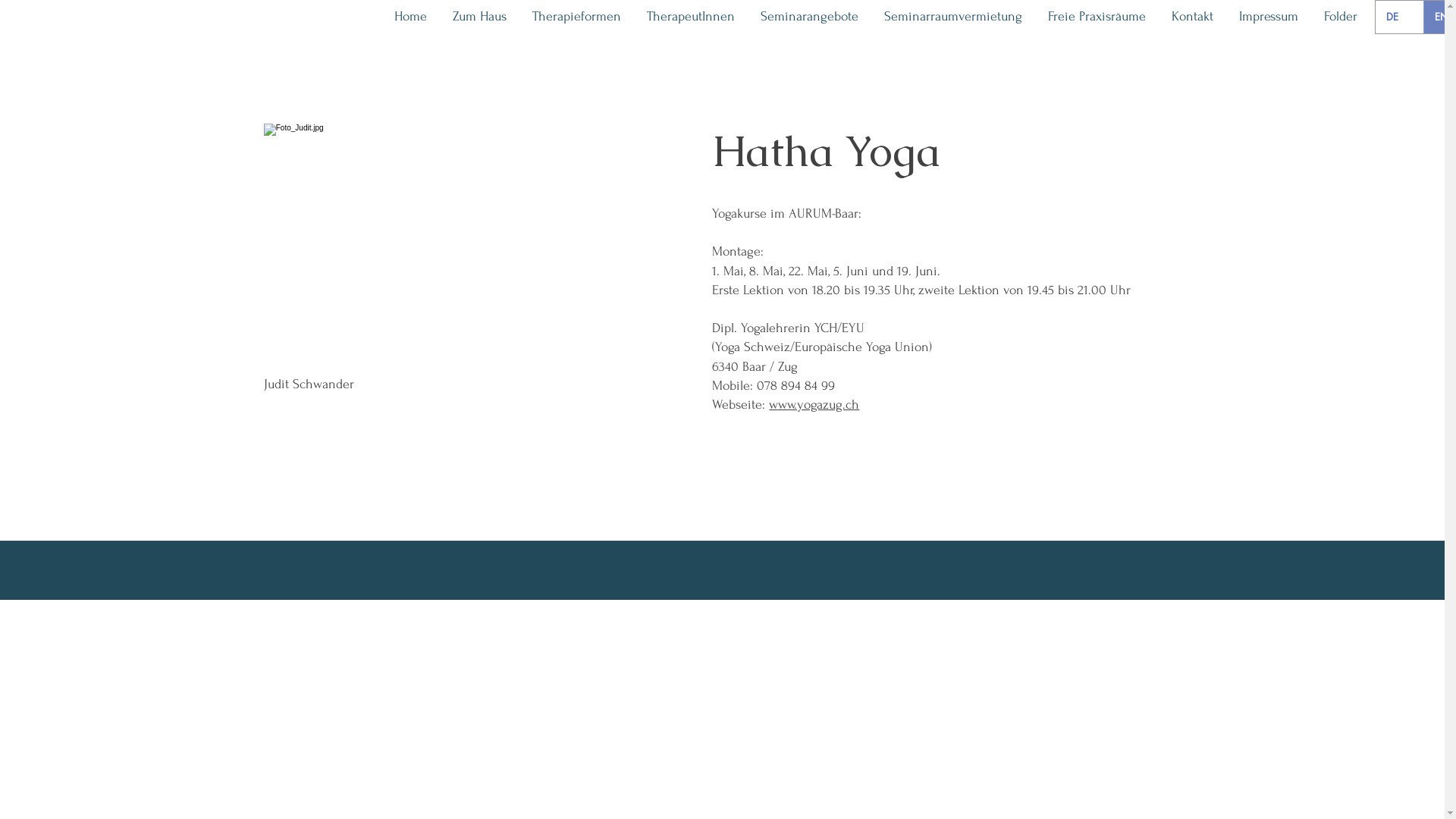  I want to click on 'Therapieformen', so click(576, 17).